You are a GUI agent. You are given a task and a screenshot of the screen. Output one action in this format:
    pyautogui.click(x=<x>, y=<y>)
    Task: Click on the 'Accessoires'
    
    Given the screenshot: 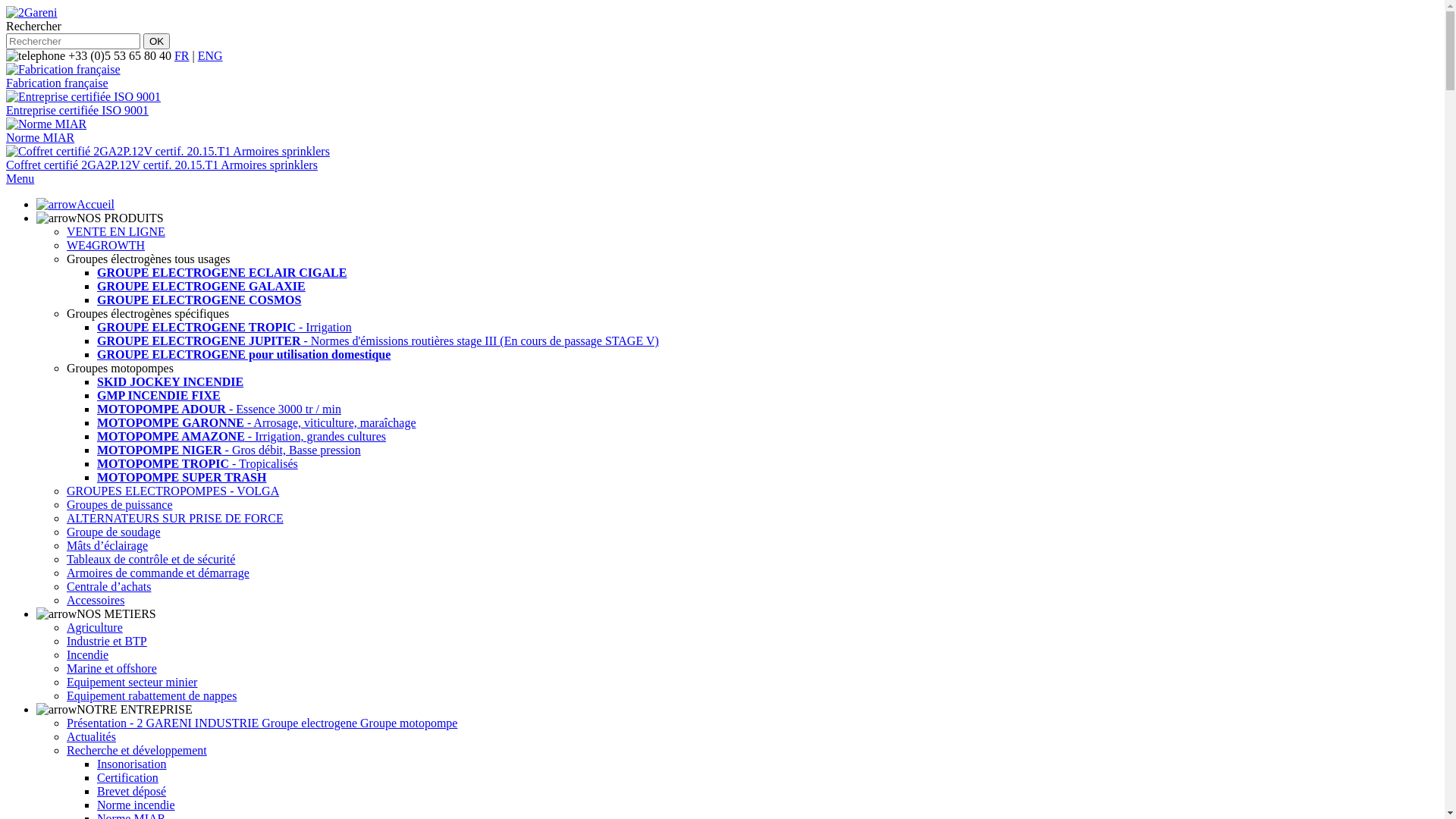 What is the action you would take?
    pyautogui.click(x=94, y=599)
    